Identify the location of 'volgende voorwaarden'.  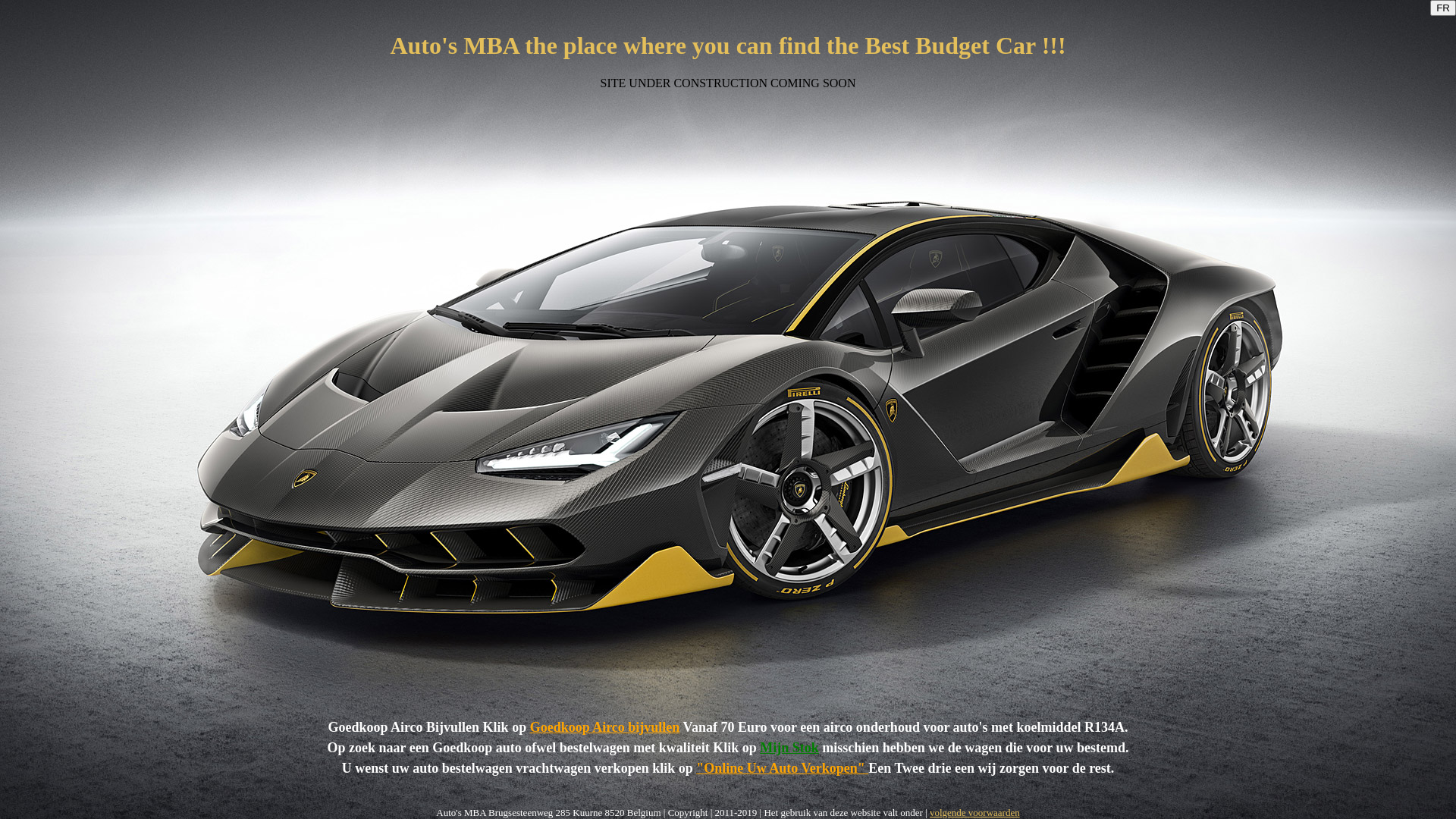
(974, 811).